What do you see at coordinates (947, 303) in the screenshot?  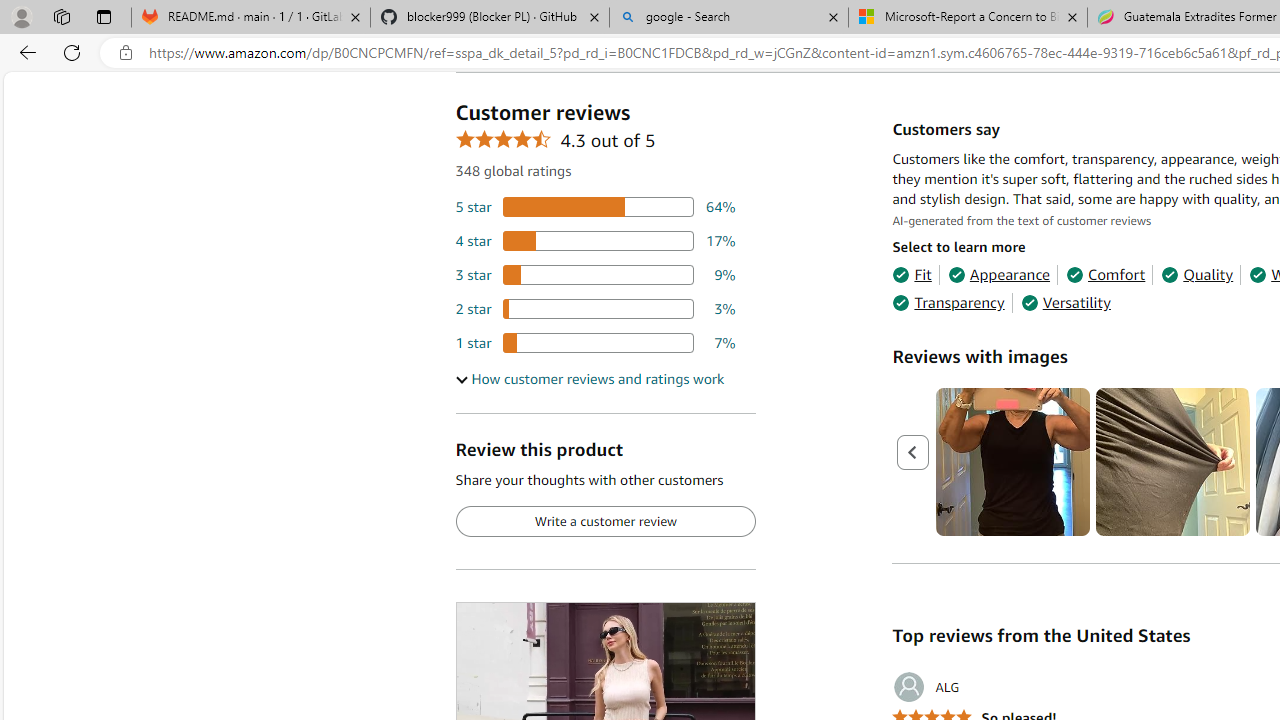 I see `'Transparency'` at bounding box center [947, 303].